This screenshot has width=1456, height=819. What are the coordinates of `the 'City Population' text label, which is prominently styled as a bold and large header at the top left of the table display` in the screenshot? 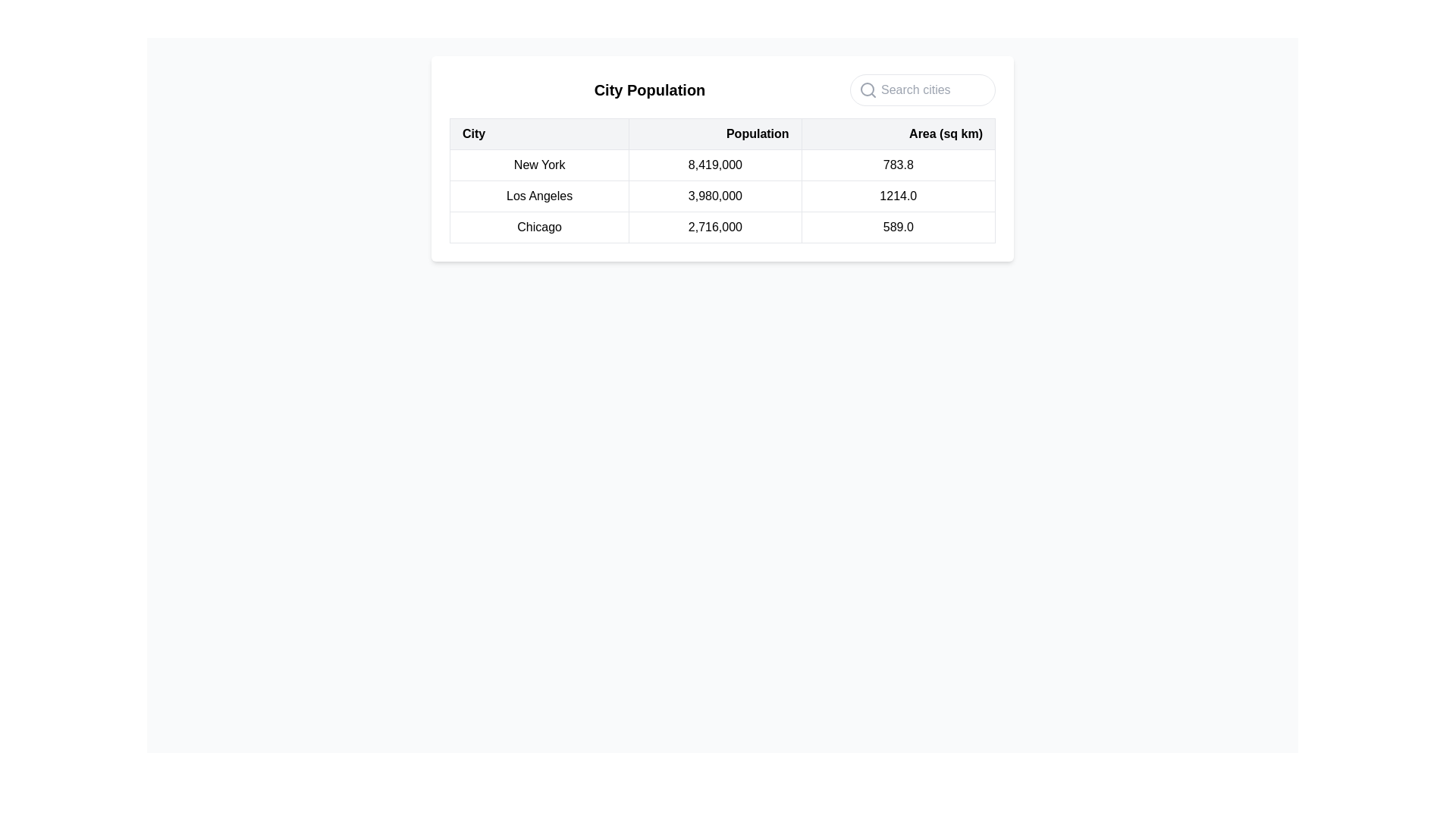 It's located at (650, 90).